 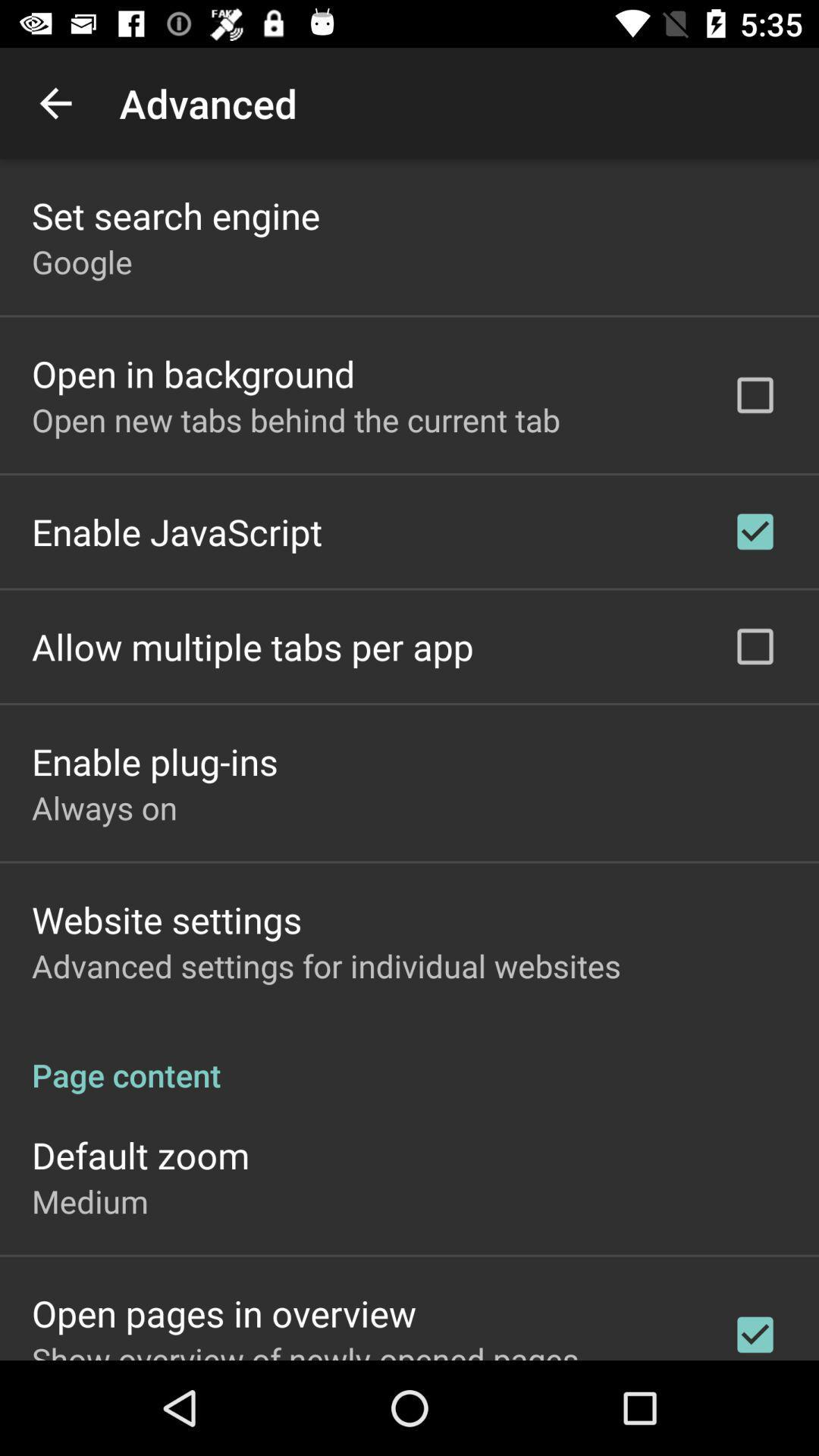 I want to click on the item above default zoom app, so click(x=409, y=1058).